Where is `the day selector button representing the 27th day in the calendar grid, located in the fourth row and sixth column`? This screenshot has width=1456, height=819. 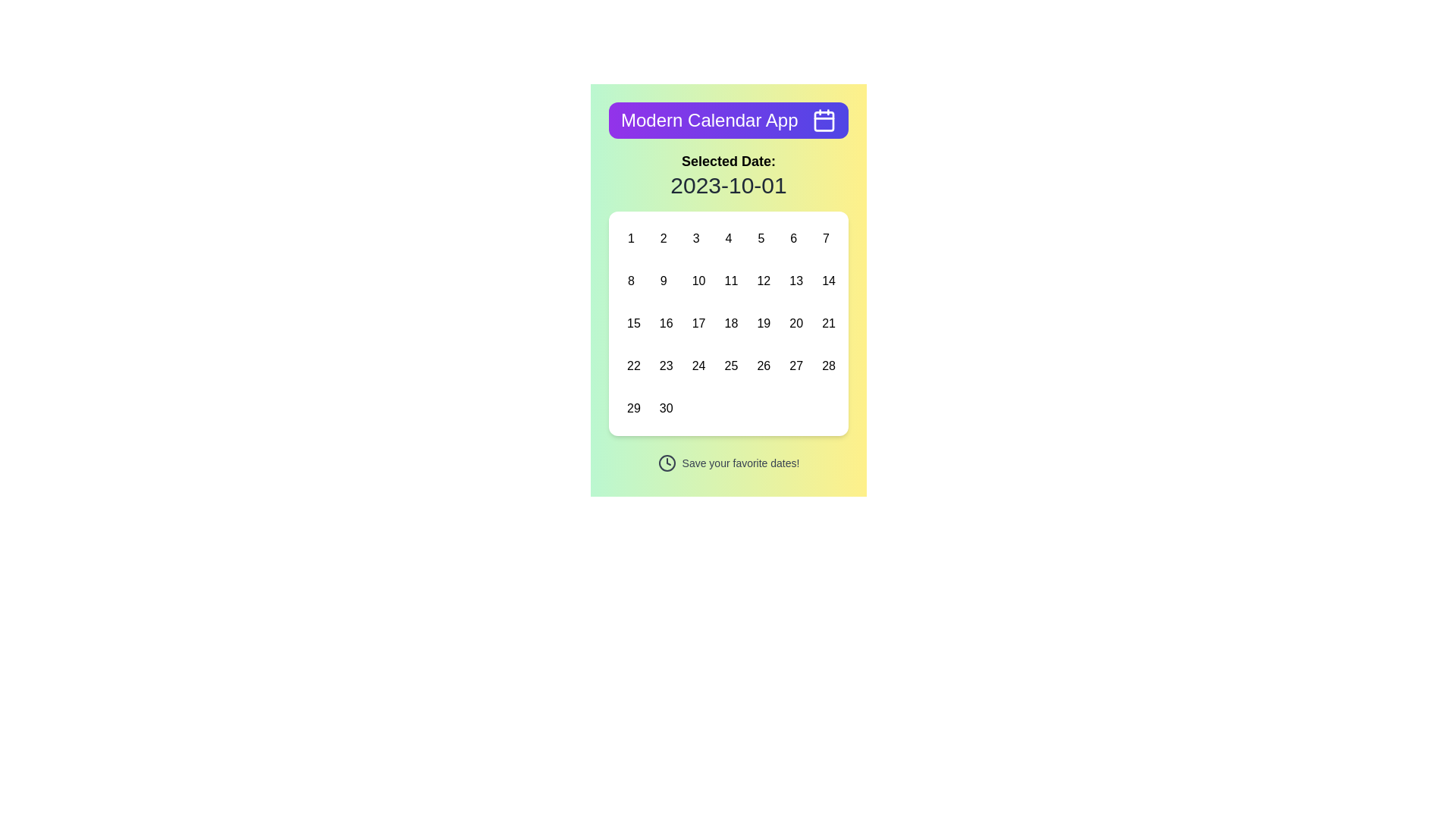 the day selector button representing the 27th day in the calendar grid, located in the fourth row and sixth column is located at coordinates (792, 366).